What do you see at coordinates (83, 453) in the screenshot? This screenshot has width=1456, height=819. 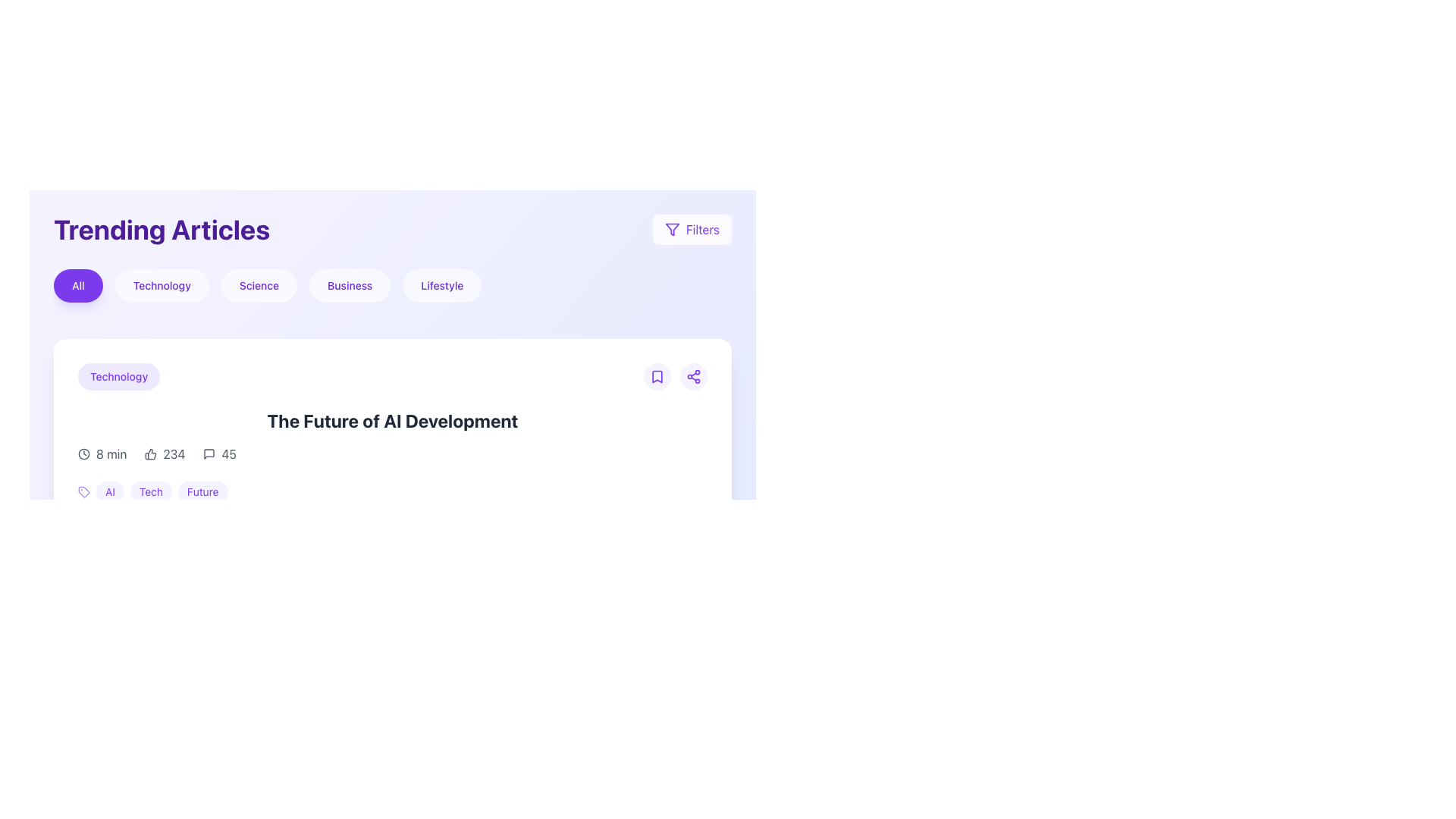 I see `the clock icon, which is a circular outline with two hands indicating time, located to the left of the text '8 min' and centered within its horizontal group below the title of an article card` at bounding box center [83, 453].